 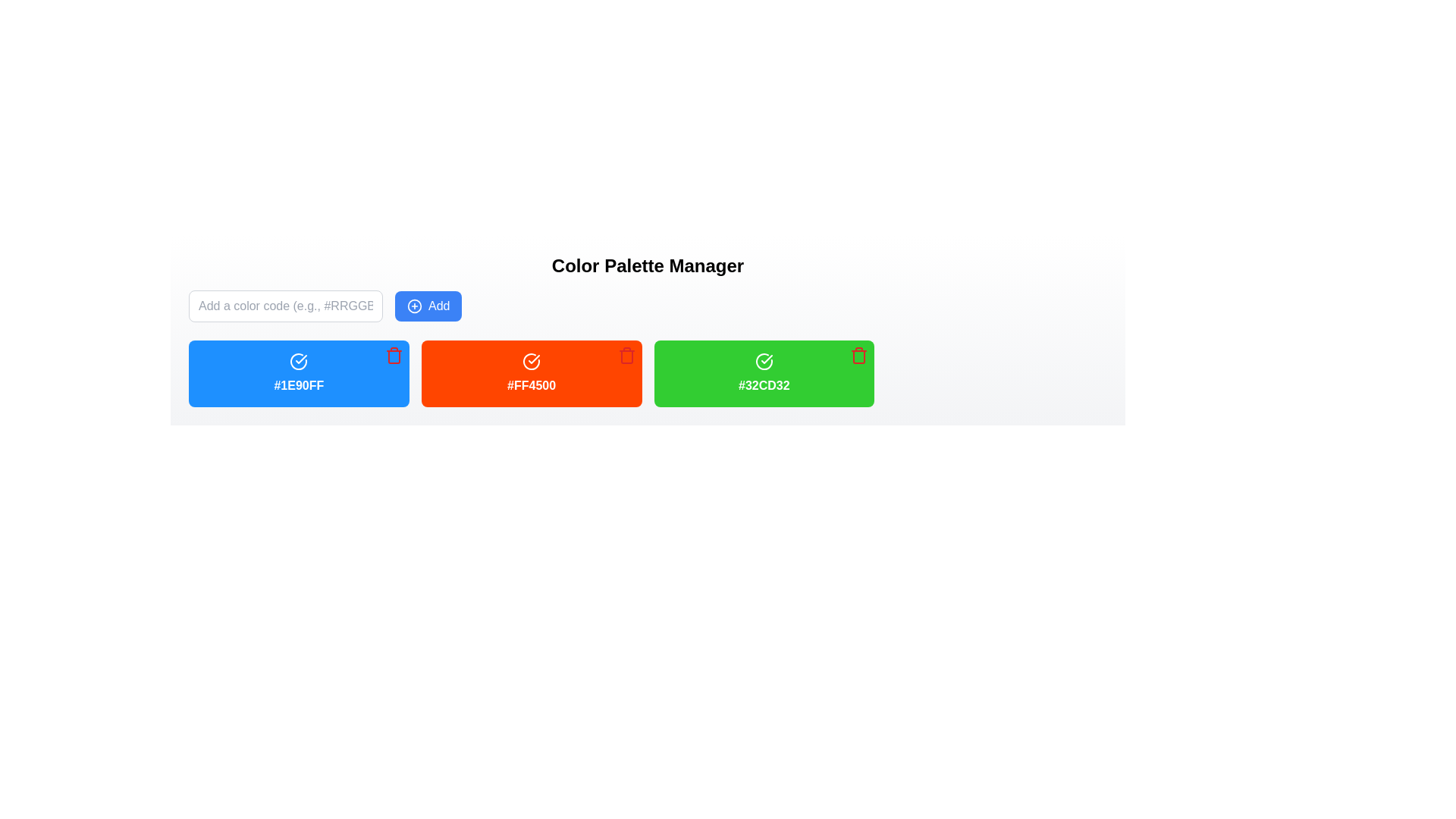 I want to click on the central part of the trash can icon, which symbolizes the delete functionality, located within the delete button next to the blue palette labeled '#1E90FF', so click(x=394, y=356).